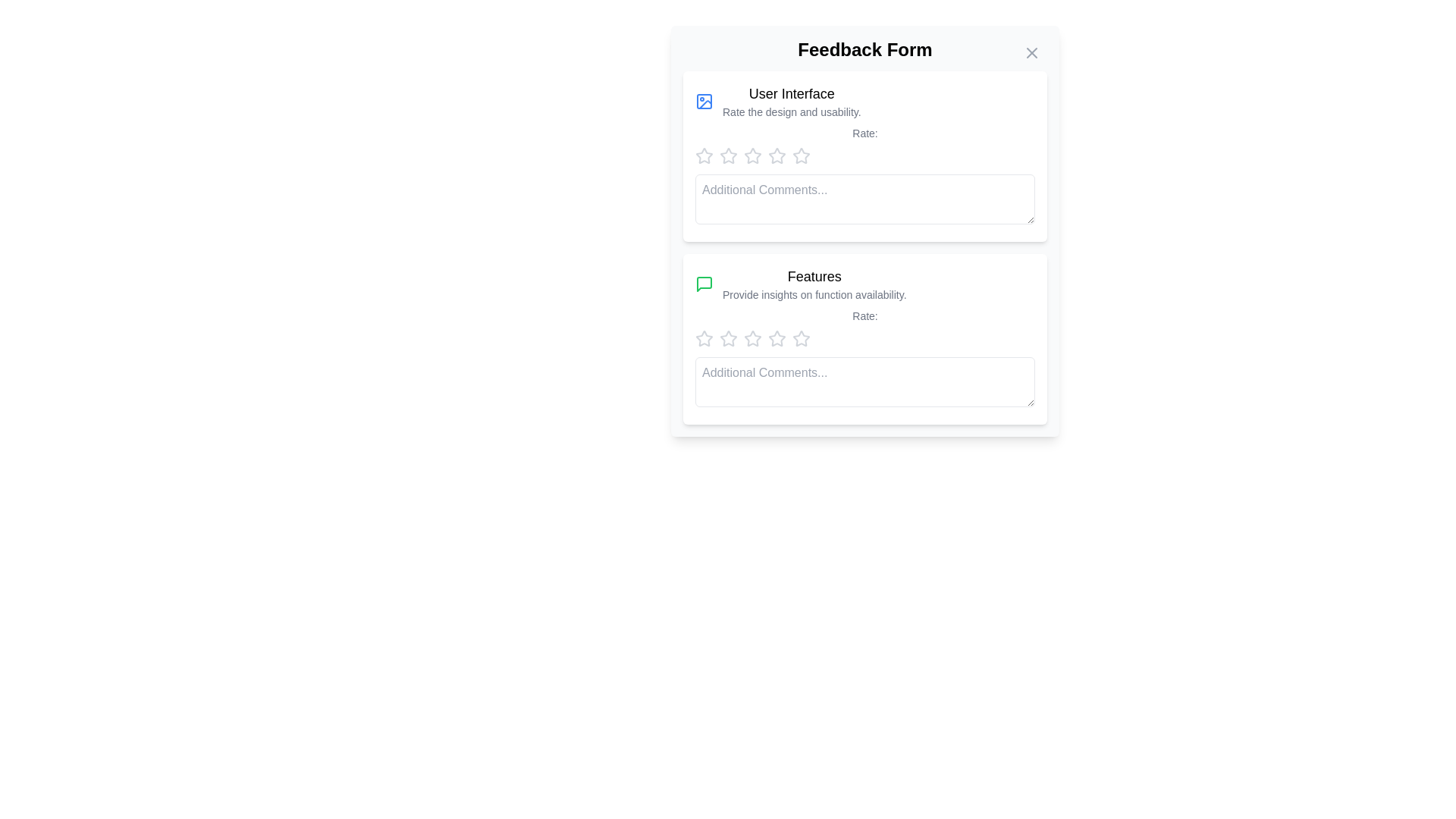  I want to click on the Text block that serves as a title and descriptive text for the feedback category indicating feedback on 'Features', positioned beneath the 'User Interface' section, so click(814, 284).